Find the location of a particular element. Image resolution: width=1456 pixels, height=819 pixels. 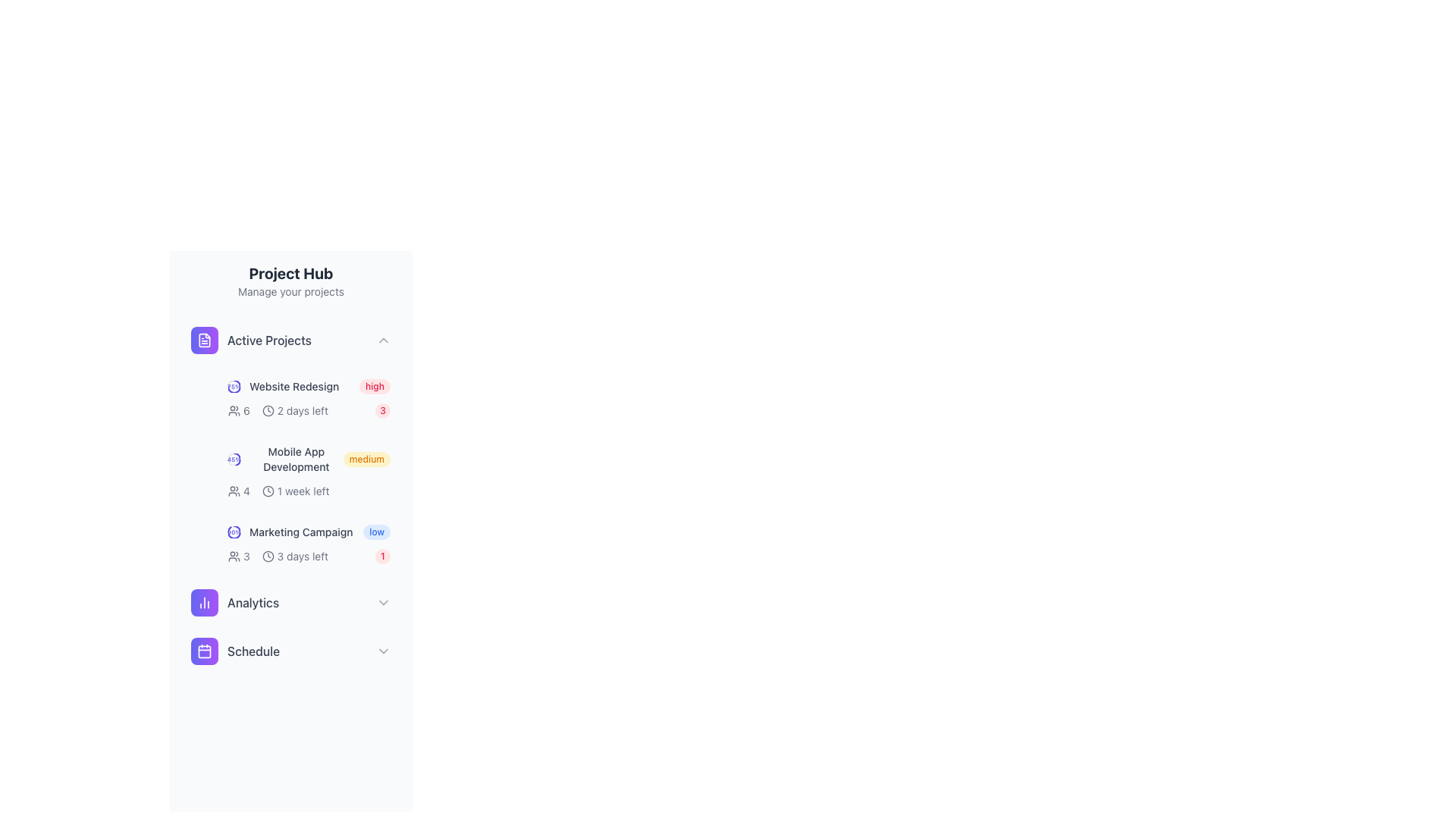

the small downward-facing chevron icon with a 'currentColor' stroke, located to the right of the 'Schedule' text is located at coordinates (383, 651).